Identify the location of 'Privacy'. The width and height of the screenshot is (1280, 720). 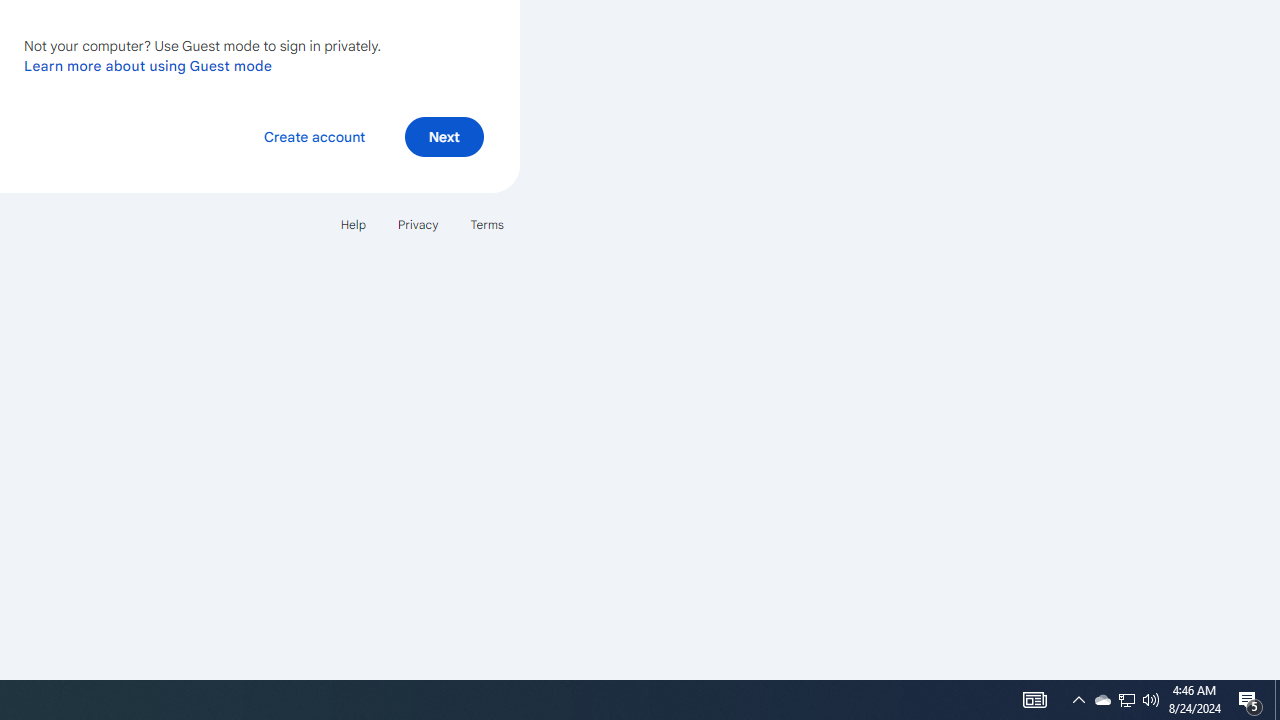
(416, 224).